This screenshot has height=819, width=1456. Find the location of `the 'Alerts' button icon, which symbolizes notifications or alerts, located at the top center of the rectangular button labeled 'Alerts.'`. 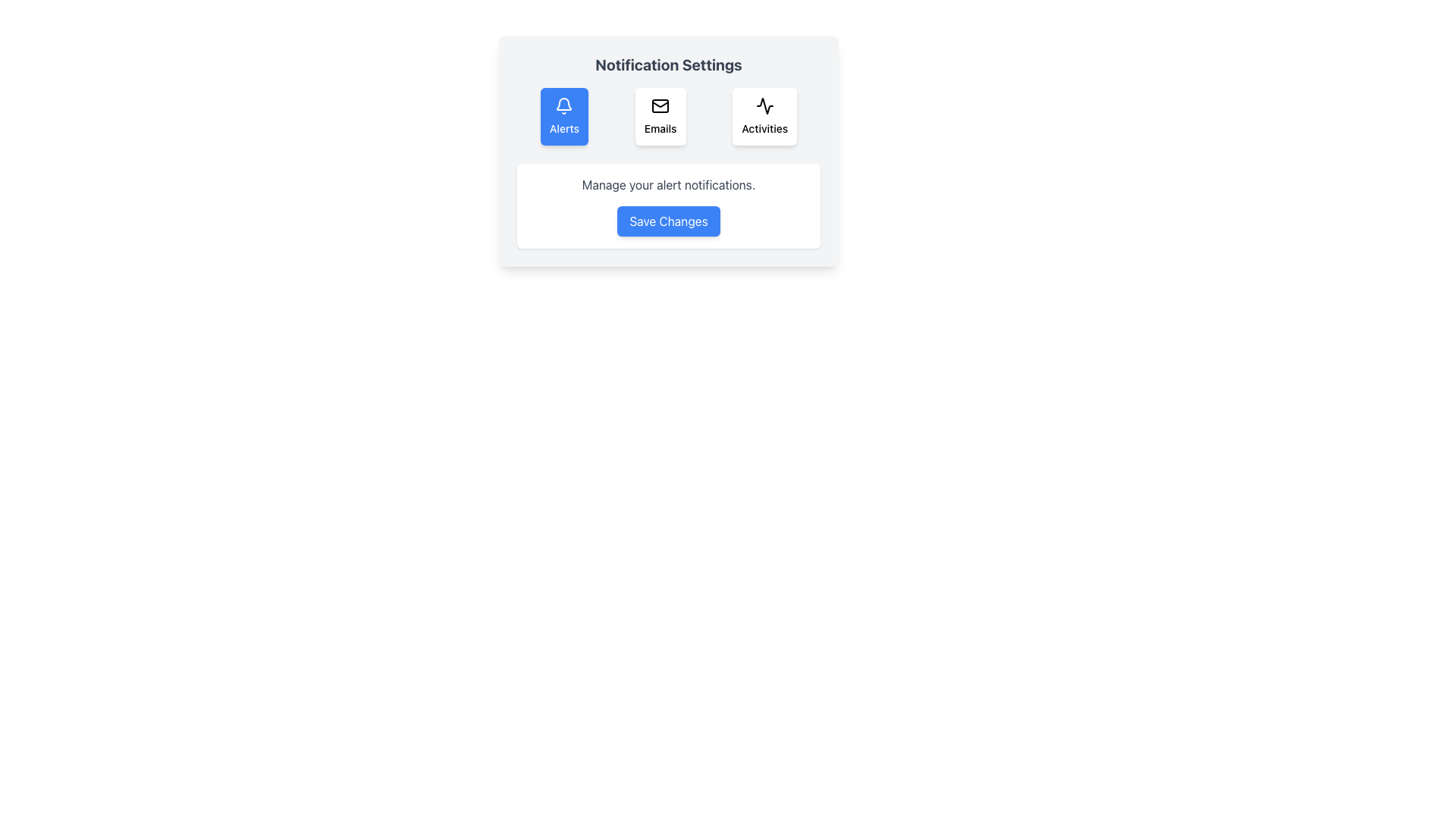

the 'Alerts' button icon, which symbolizes notifications or alerts, located at the top center of the rectangular button labeled 'Alerts.' is located at coordinates (563, 105).